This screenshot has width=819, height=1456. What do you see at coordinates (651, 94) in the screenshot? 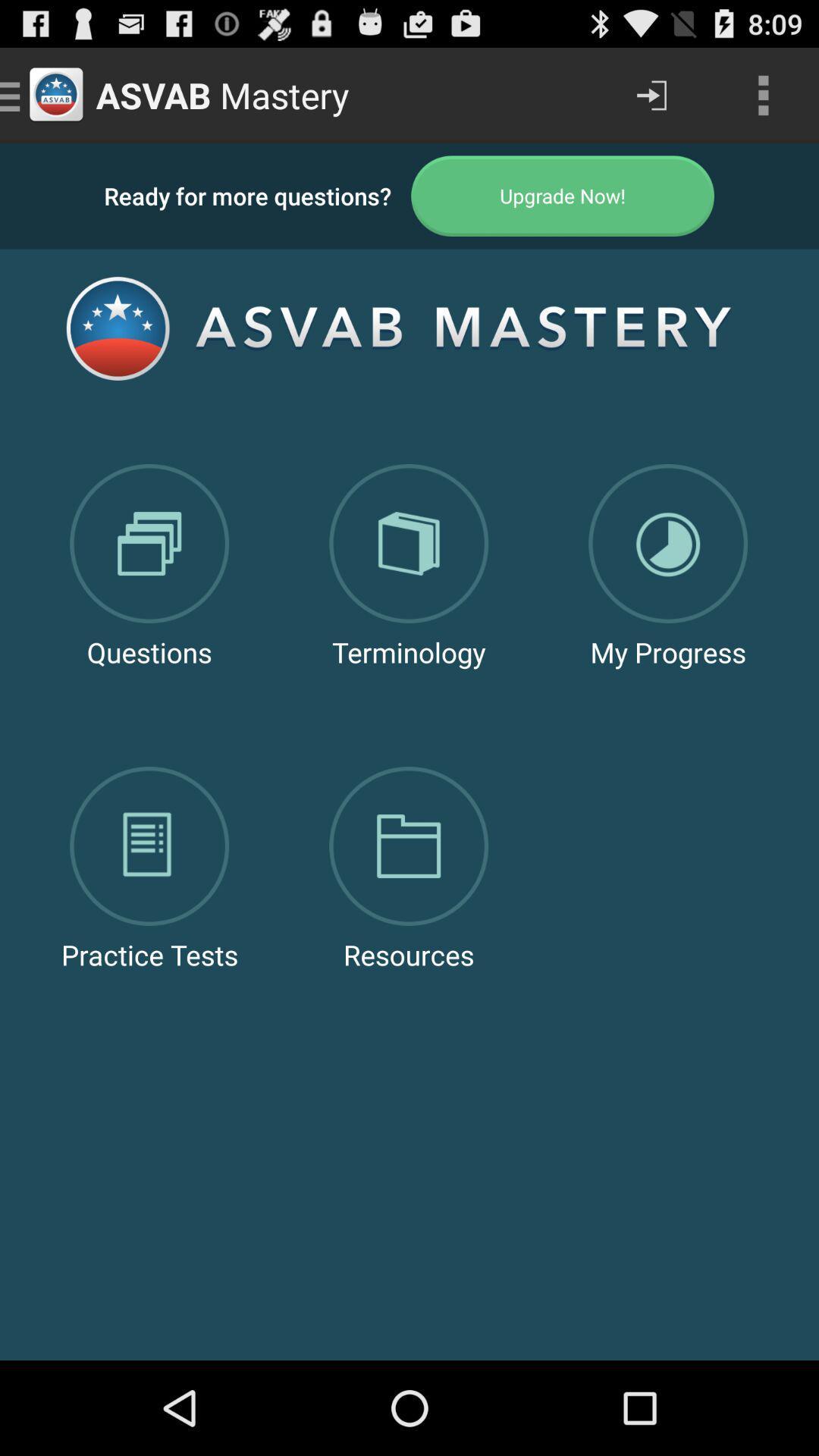
I see `the icon which is to the immediate left of more options icon` at bounding box center [651, 94].